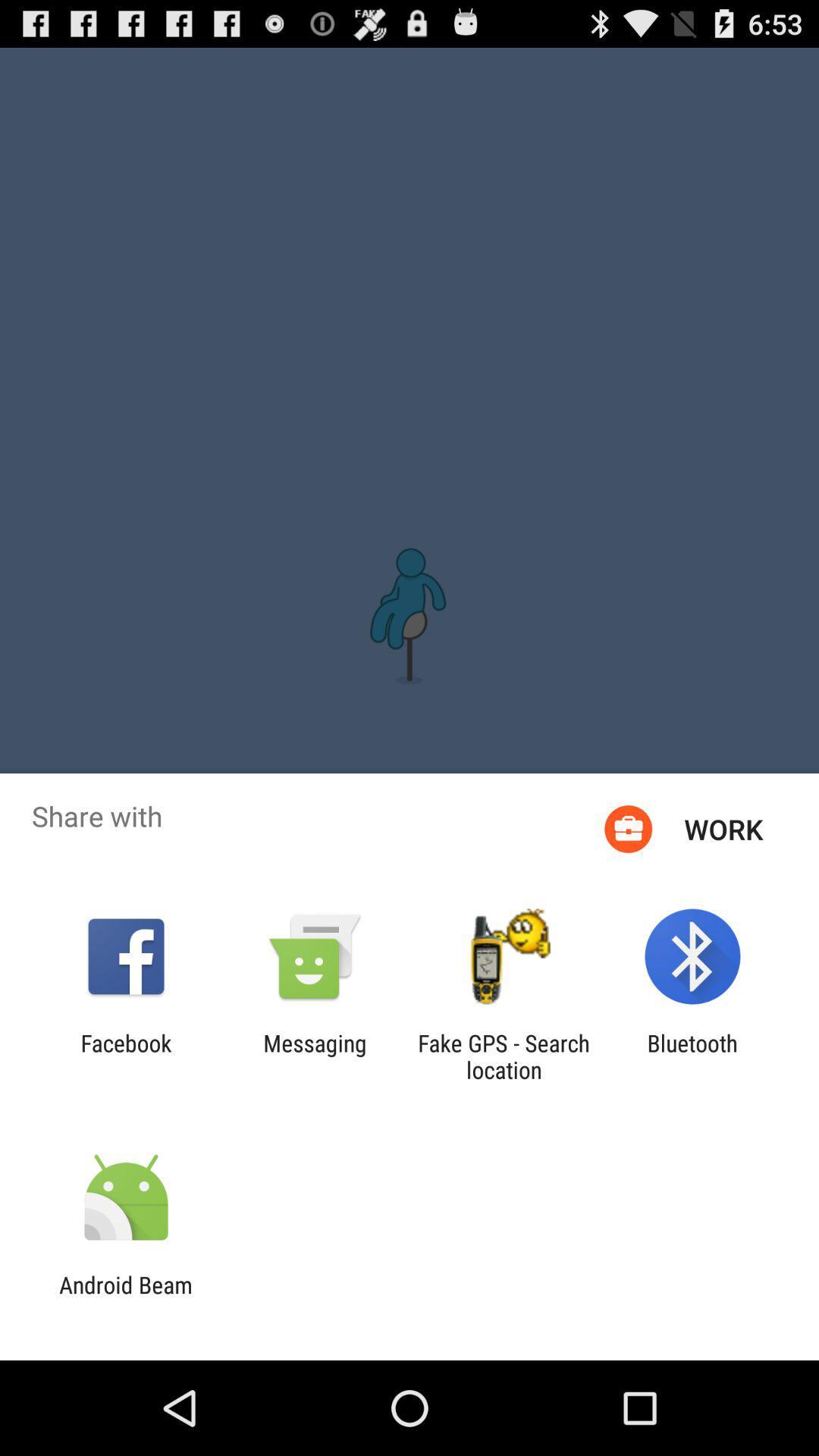  I want to click on bluetooth app, so click(692, 1056).